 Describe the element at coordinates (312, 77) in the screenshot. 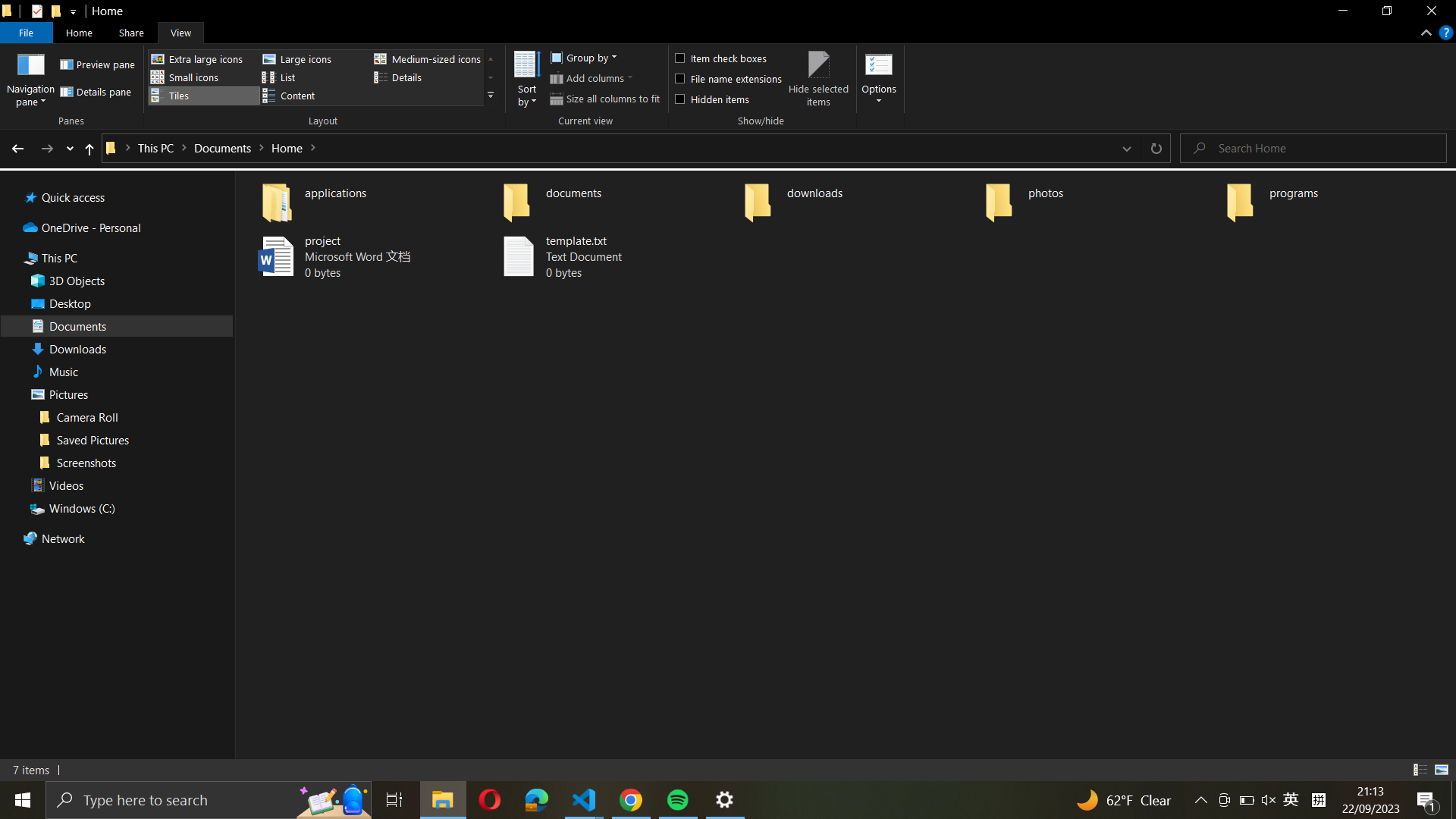

I see `Change the folder layout mode to list form` at that location.